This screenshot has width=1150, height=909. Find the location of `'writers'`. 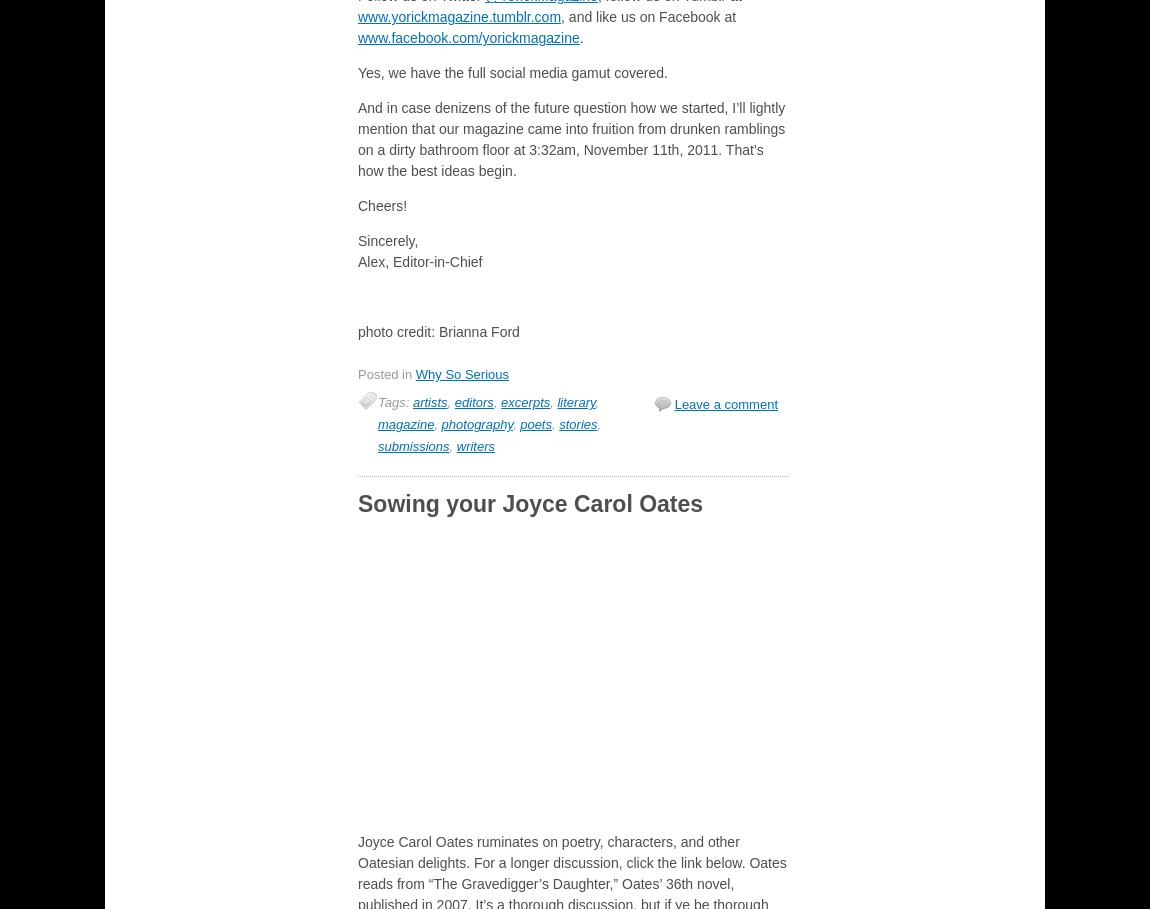

'writers' is located at coordinates (455, 445).